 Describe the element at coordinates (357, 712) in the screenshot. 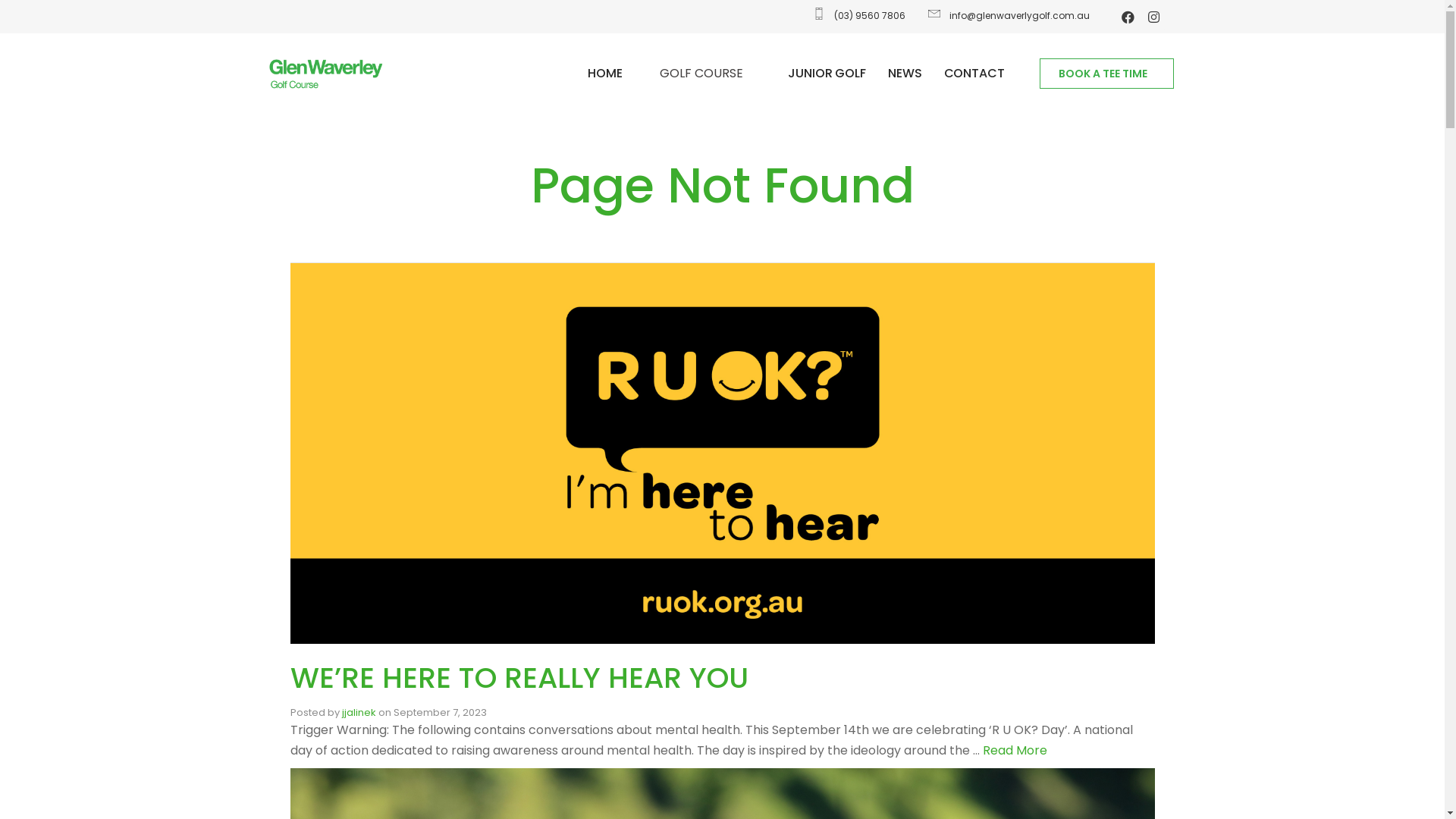

I see `'jjalinek'` at that location.